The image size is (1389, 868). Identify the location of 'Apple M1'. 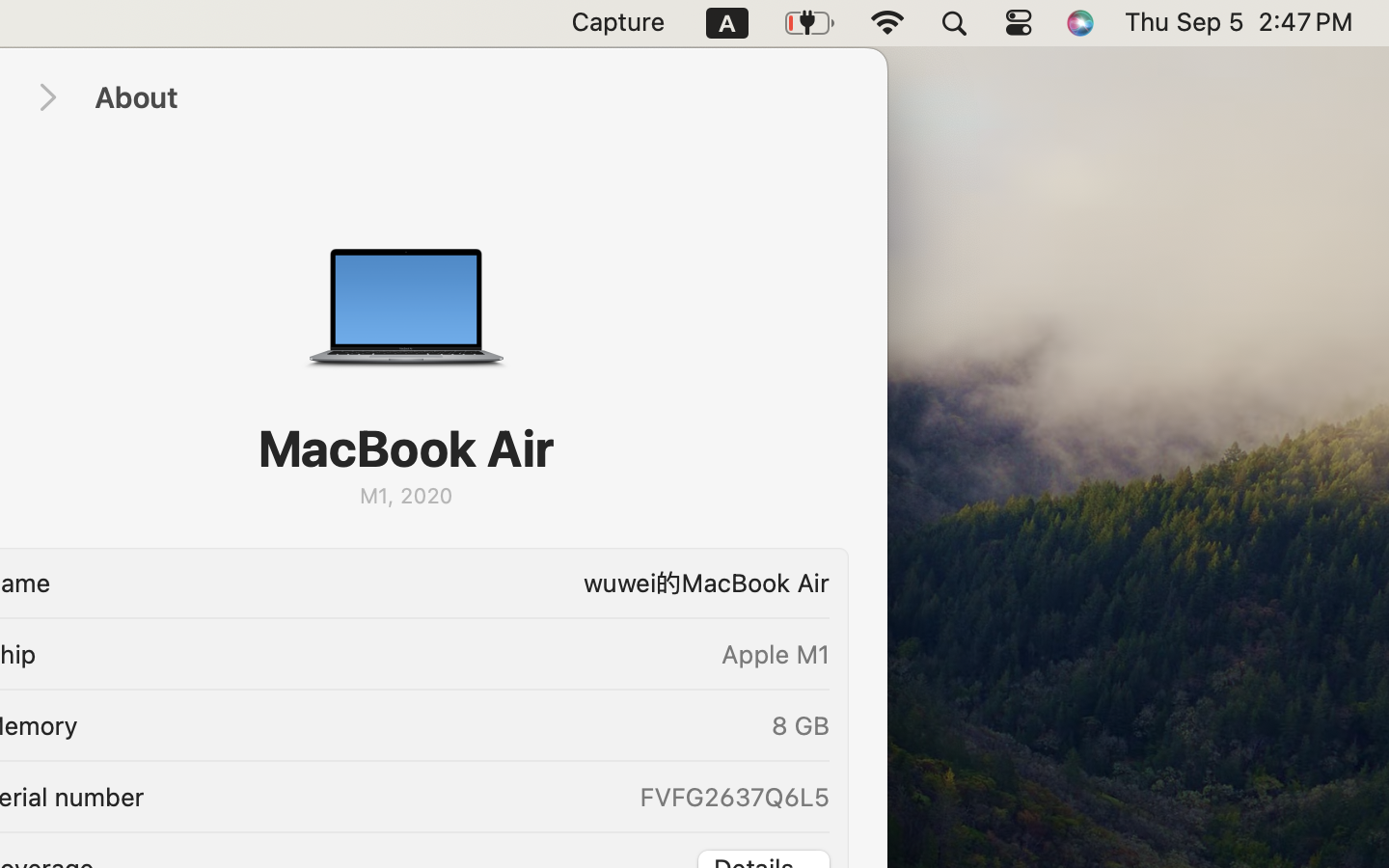
(775, 652).